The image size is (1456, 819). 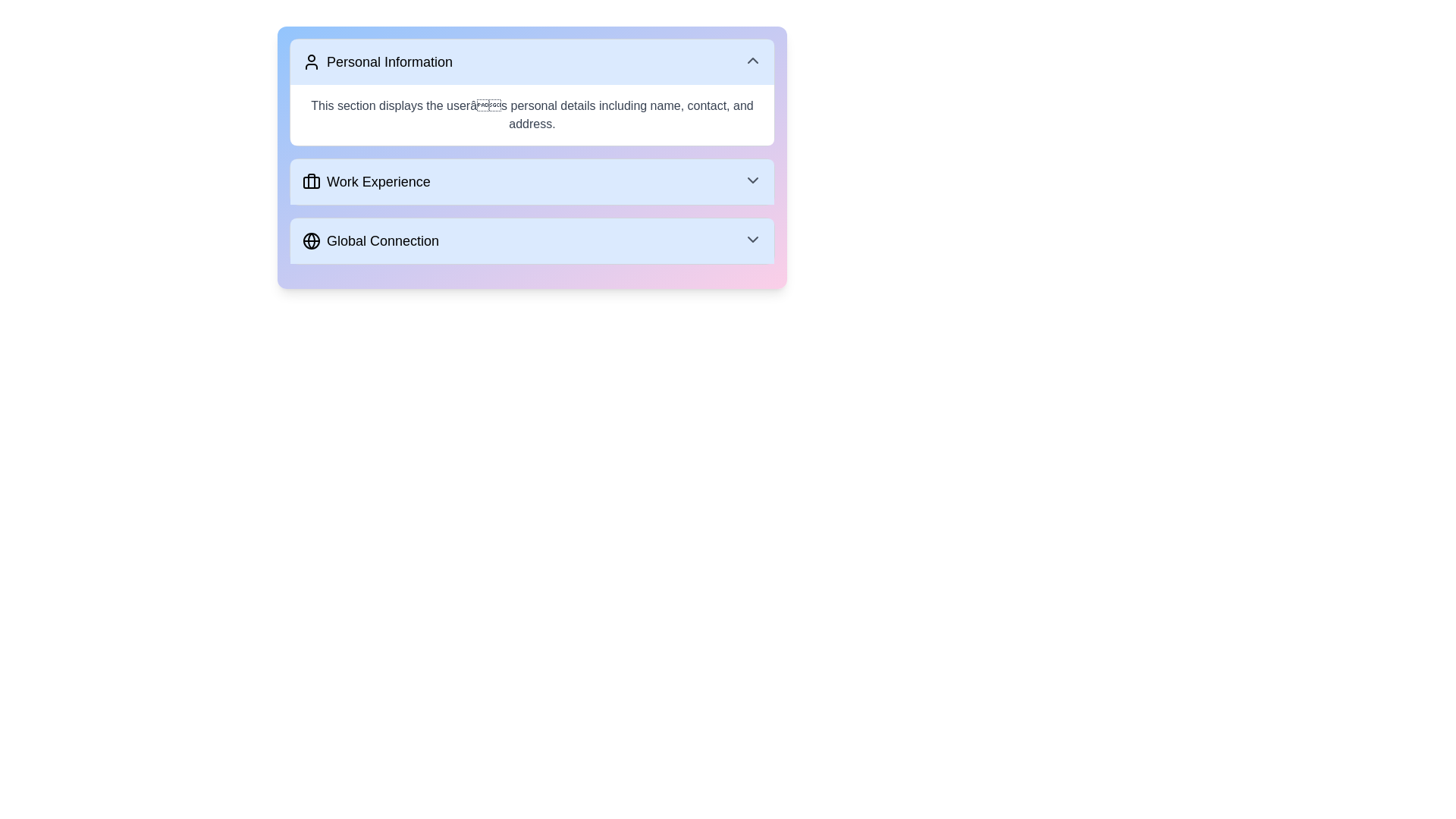 What do you see at coordinates (371, 240) in the screenshot?
I see `the 'Global Connection' text label located in the 'Work Experience' section, which features a globe icon on its left side and is styled in bold dark font` at bounding box center [371, 240].